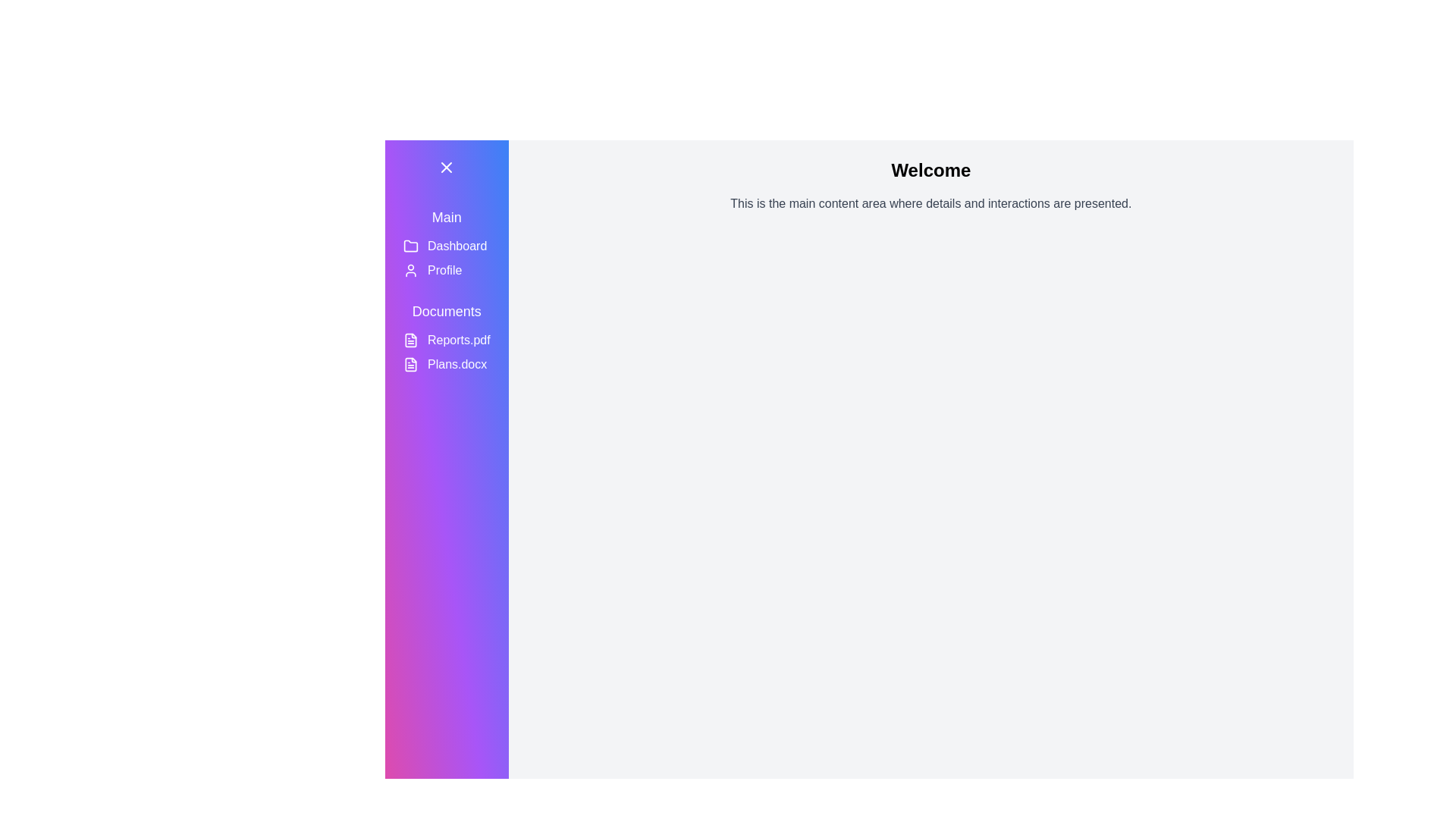 This screenshot has width=1456, height=819. Describe the element at coordinates (446, 257) in the screenshot. I see `the 'Profile' entry in the Sidebar navigation menu` at that location.